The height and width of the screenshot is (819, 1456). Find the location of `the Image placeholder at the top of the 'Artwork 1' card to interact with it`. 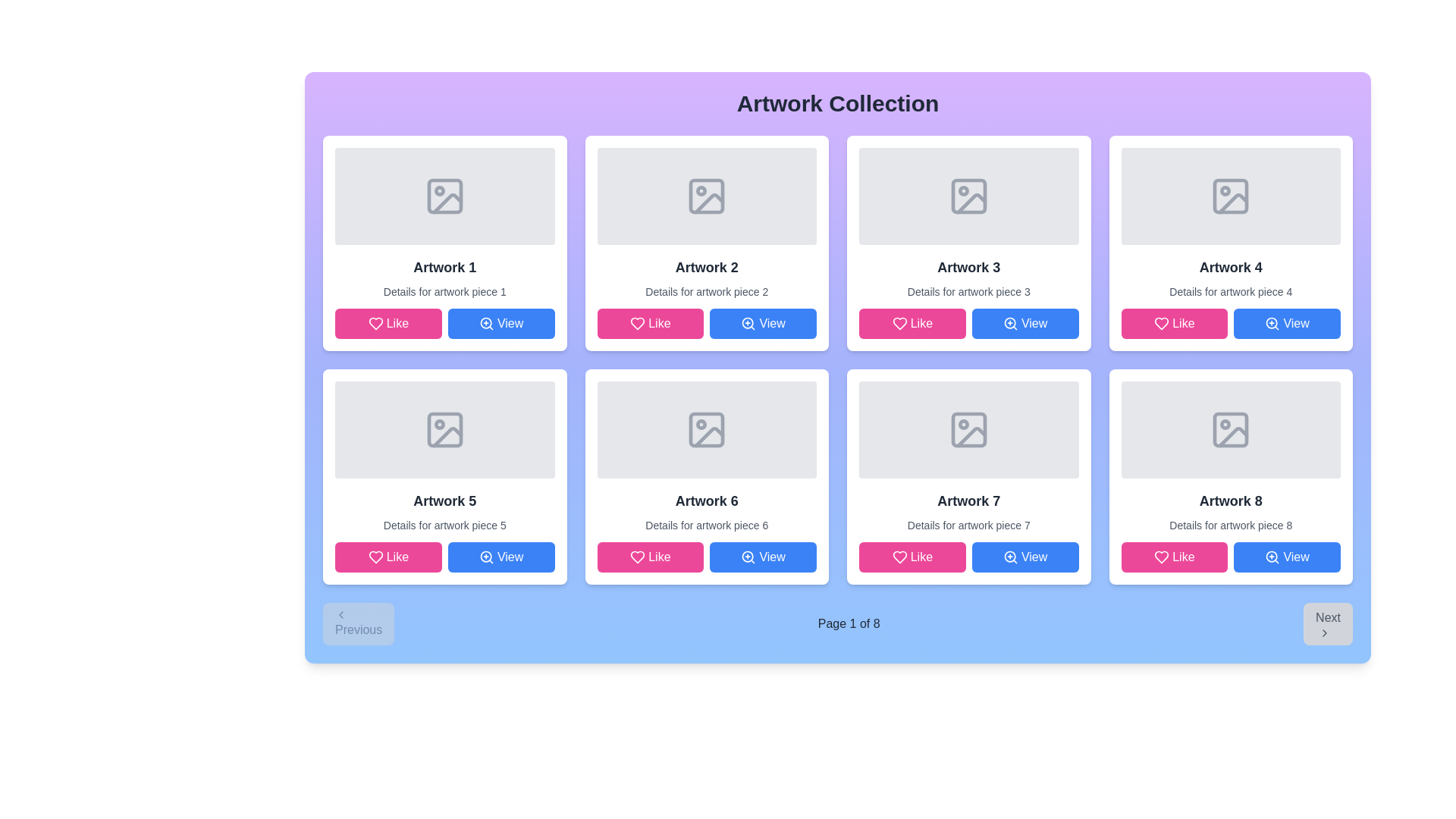

the Image placeholder at the top of the 'Artwork 1' card to interact with it is located at coordinates (444, 195).